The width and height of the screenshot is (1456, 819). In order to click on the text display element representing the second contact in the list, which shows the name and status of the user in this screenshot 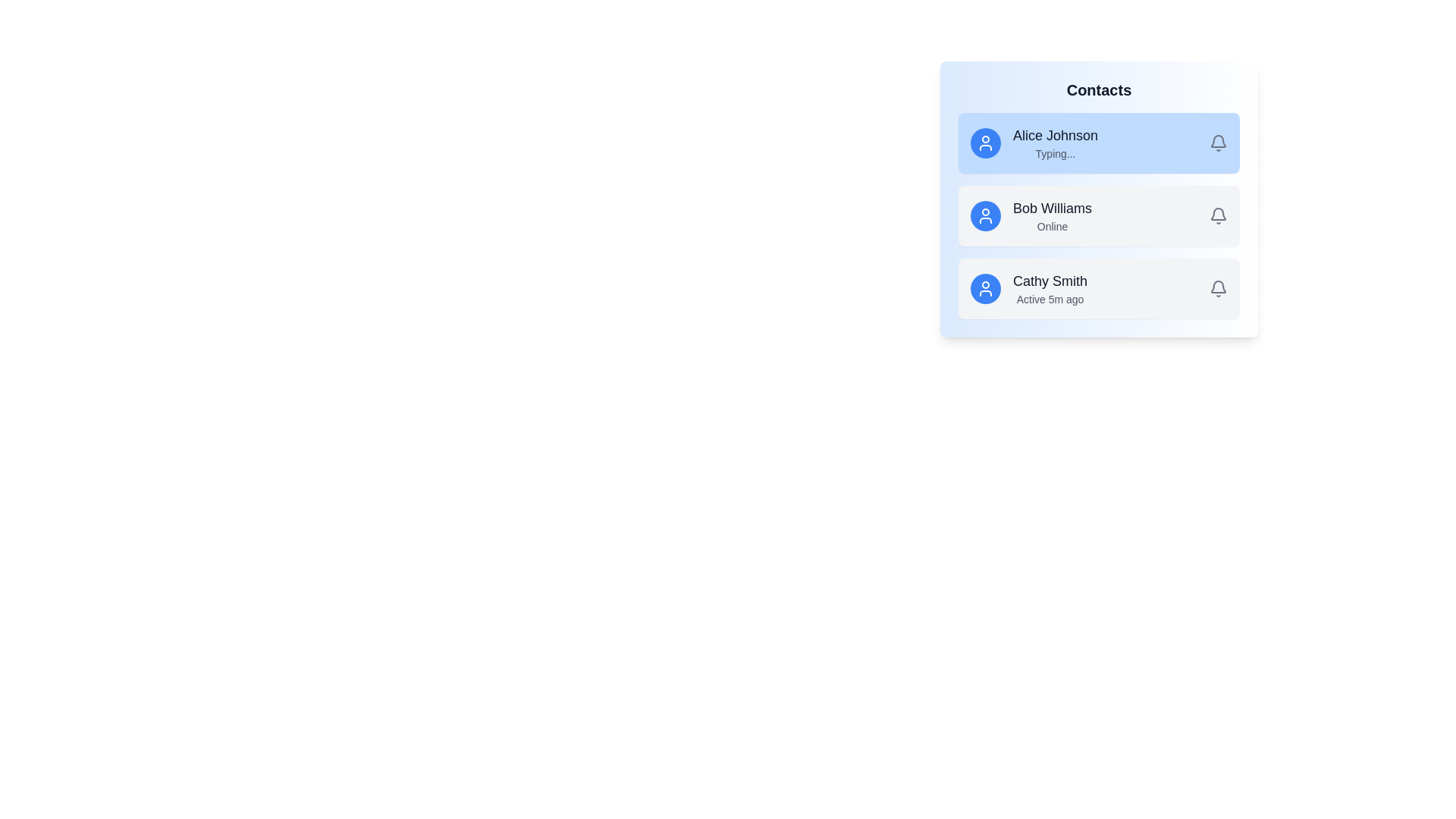, I will do `click(1051, 216)`.